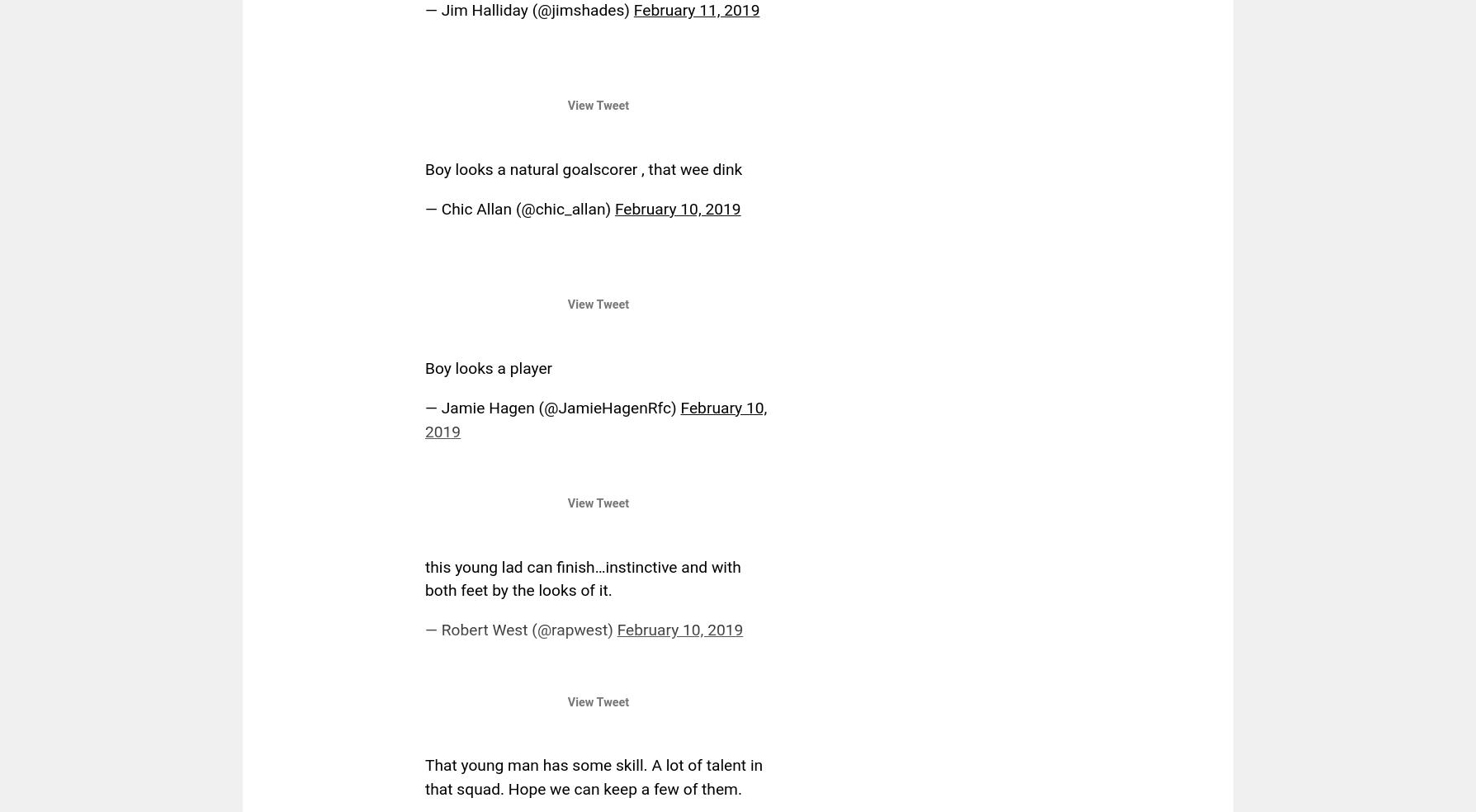  I want to click on '— Jim Halliday (@jimshades)', so click(528, 9).